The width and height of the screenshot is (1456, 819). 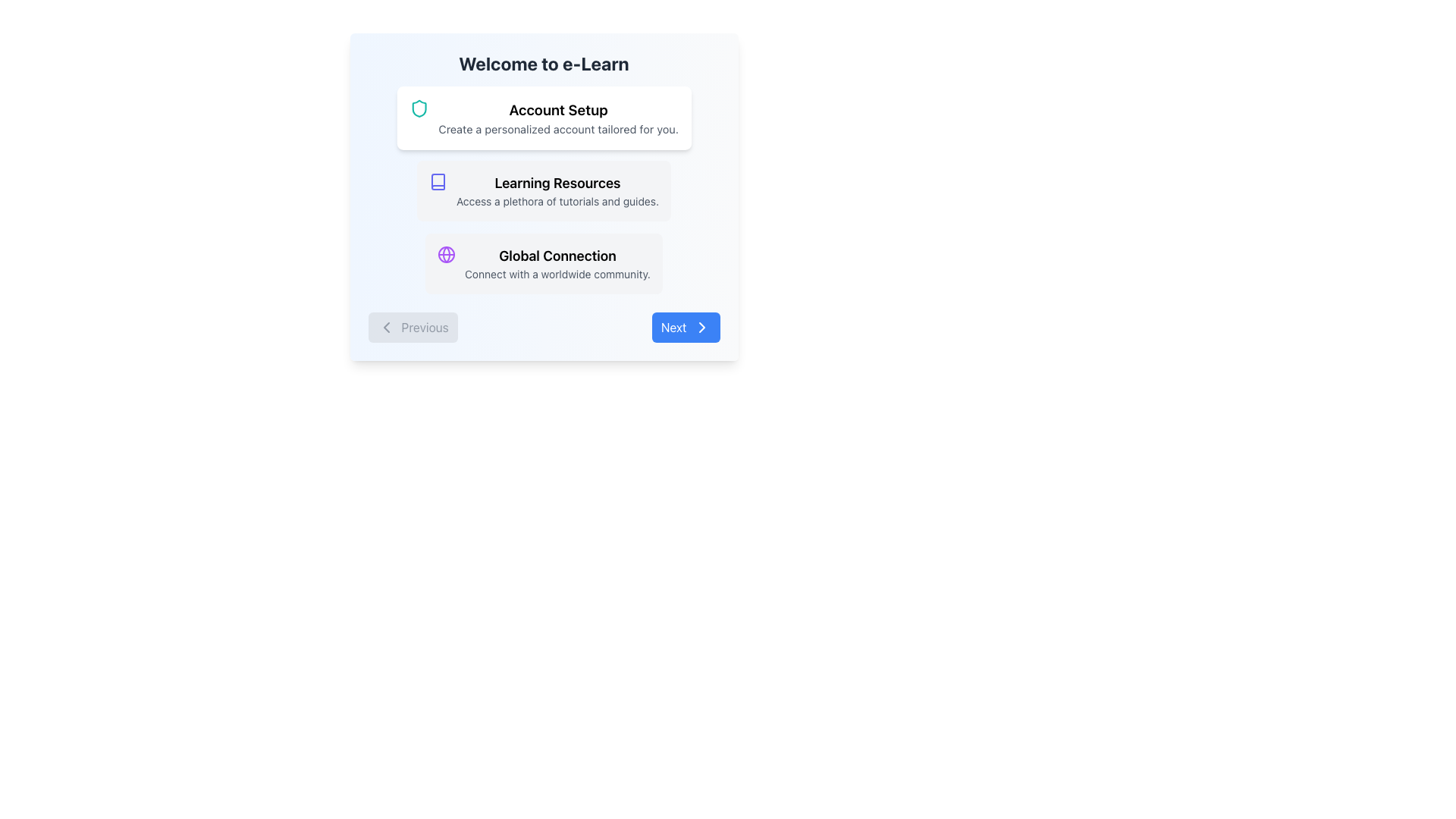 What do you see at coordinates (684, 327) in the screenshot?
I see `the navigation button located at the lower-right corner of the multi-step setup interface` at bounding box center [684, 327].